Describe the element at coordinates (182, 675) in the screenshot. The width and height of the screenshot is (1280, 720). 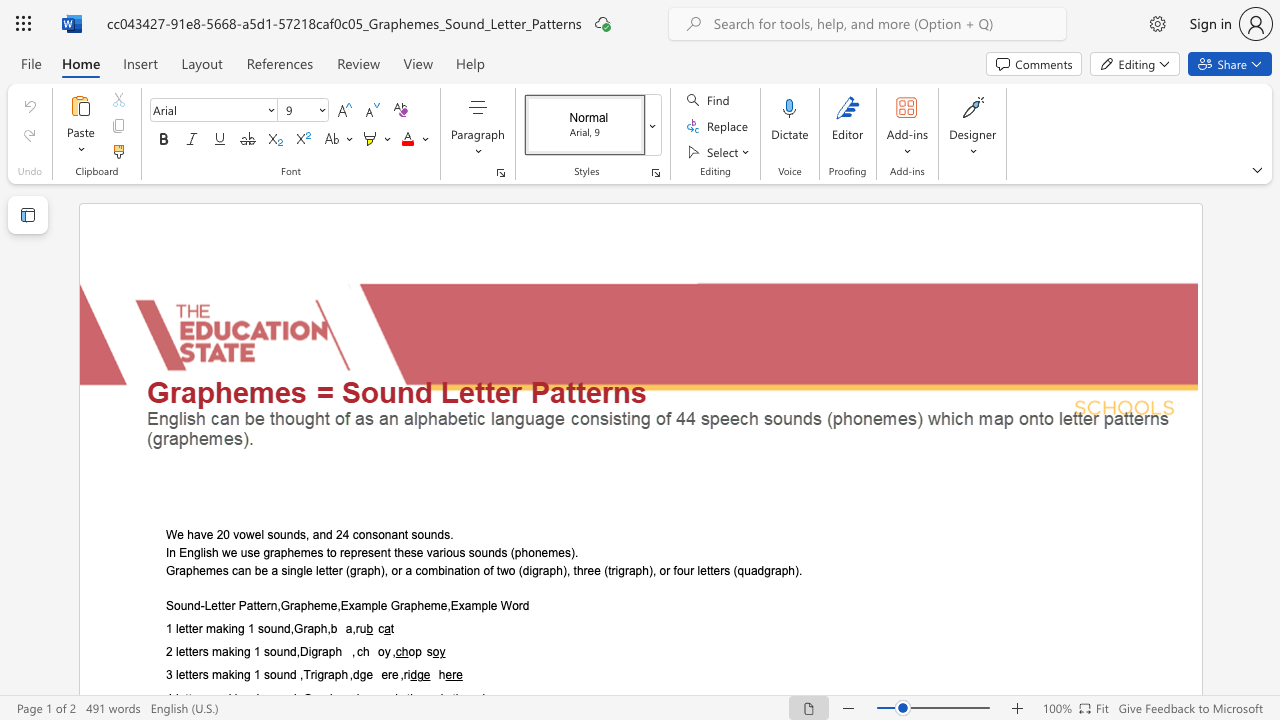
I see `the 1th character "e" in the text` at that location.